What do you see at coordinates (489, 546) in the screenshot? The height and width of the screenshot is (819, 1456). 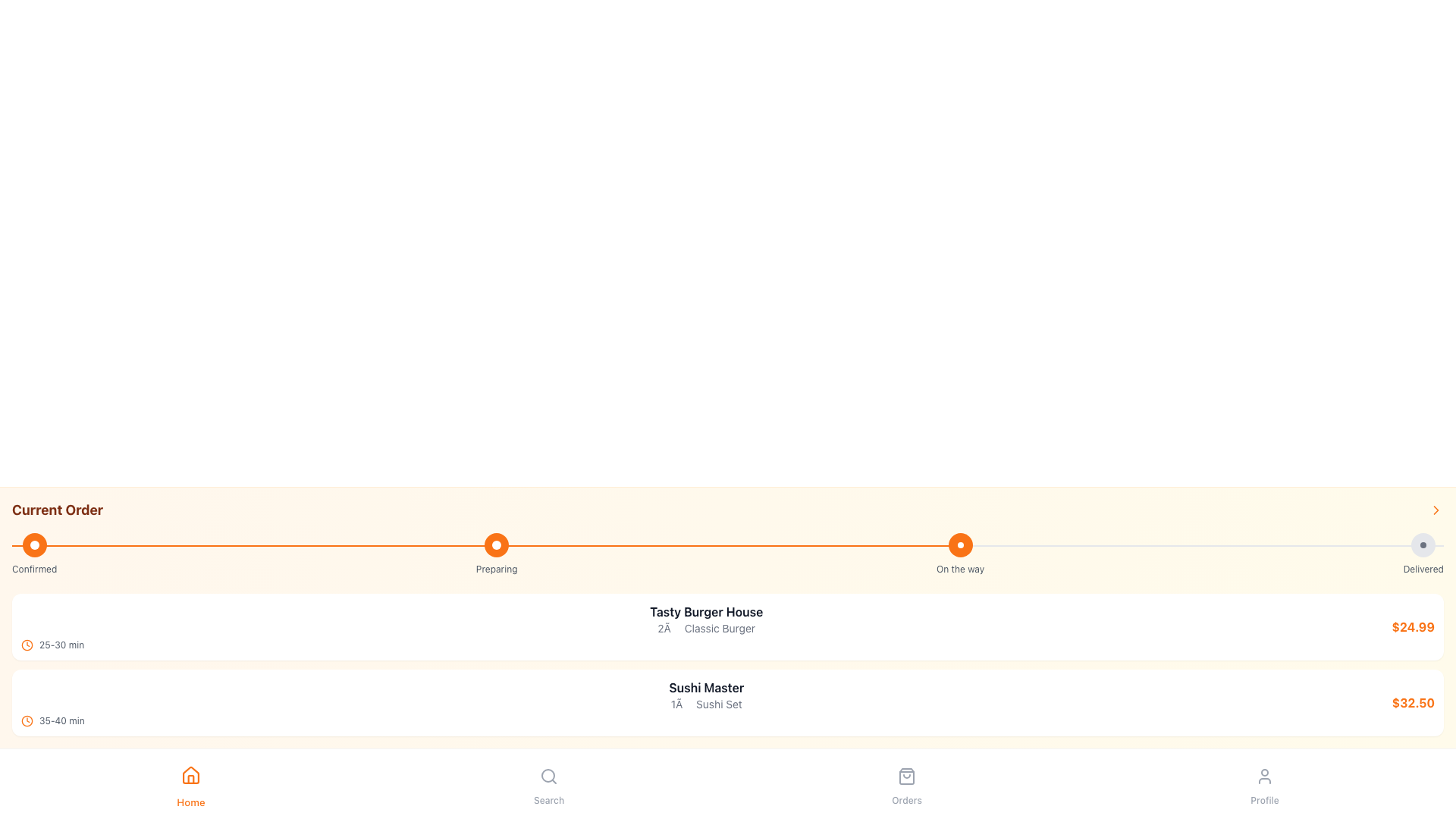 I see `visual representation of the vibrant orange progress bar segment, which occupies two-thirds of the total bar width and is located within a horizontal progress bar with a light gray background` at bounding box center [489, 546].